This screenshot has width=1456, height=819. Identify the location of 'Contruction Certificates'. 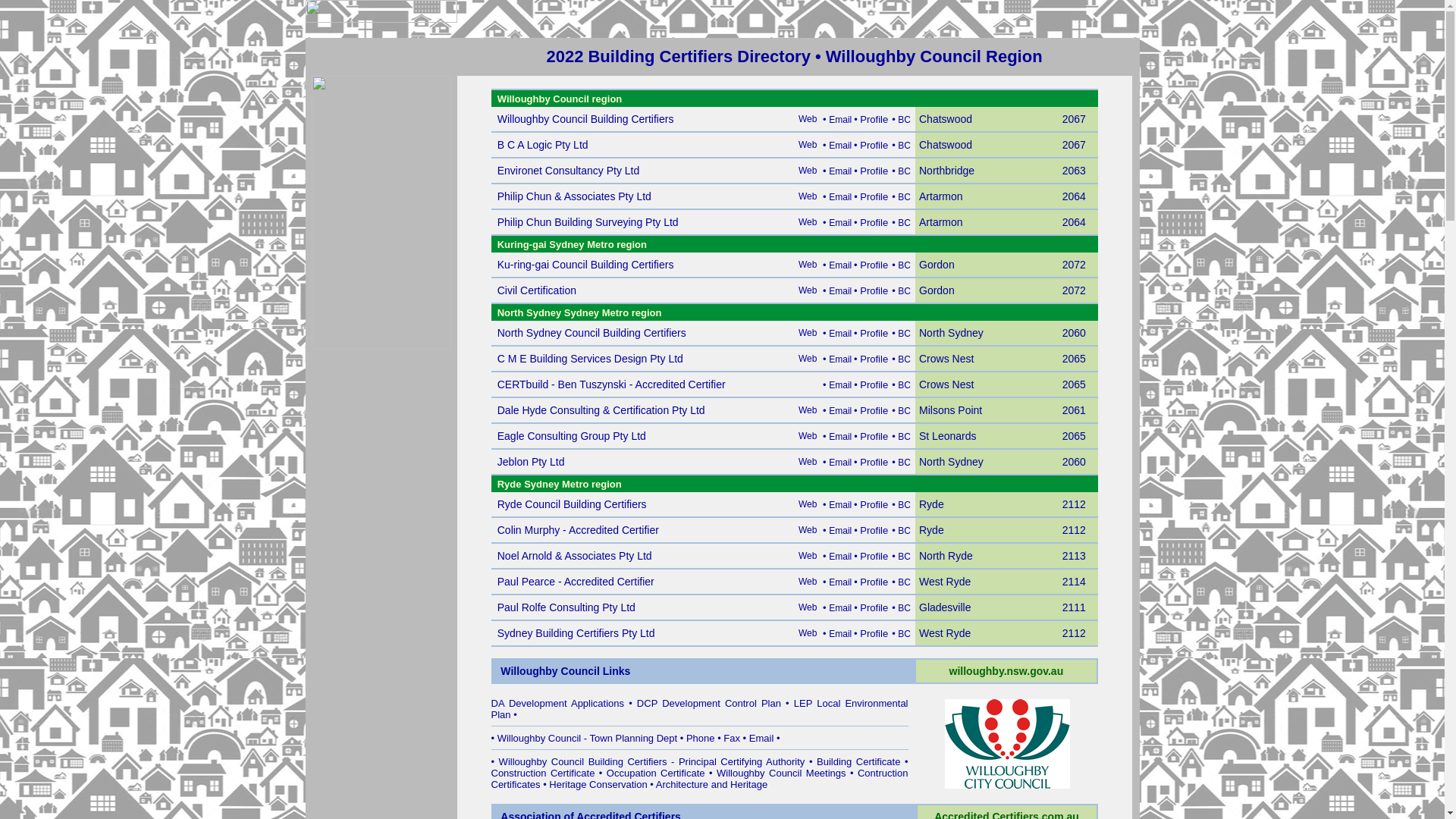
(698, 778).